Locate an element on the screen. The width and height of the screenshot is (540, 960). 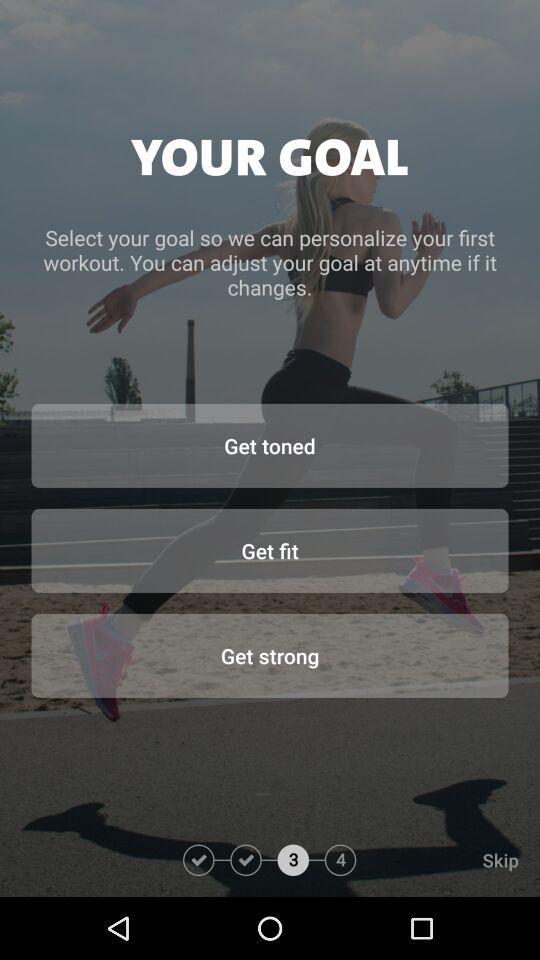
the item below get strong item is located at coordinates (448, 859).